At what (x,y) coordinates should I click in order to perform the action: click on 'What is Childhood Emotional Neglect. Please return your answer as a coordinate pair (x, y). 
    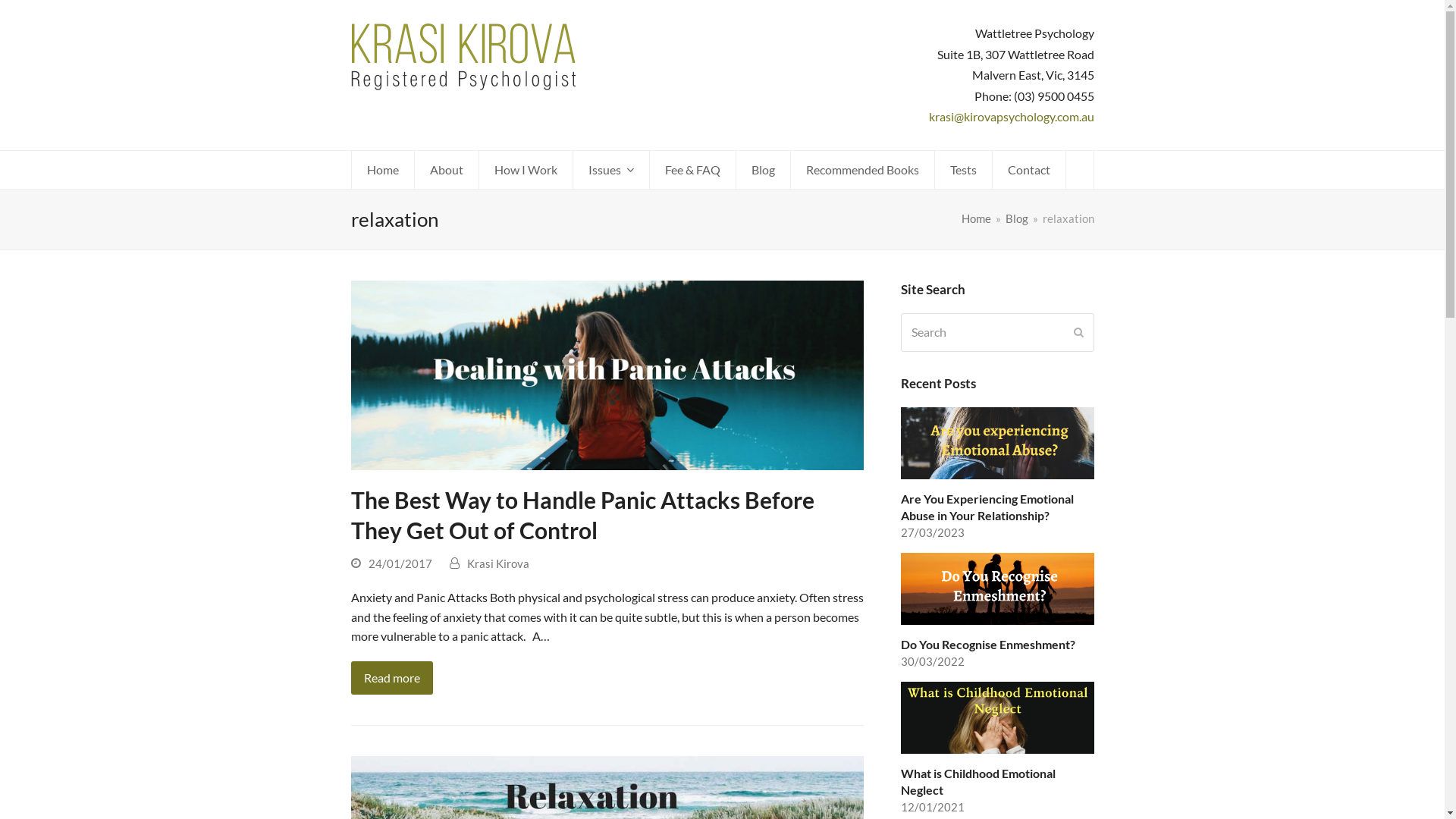
    Looking at the image, I should click on (997, 748).